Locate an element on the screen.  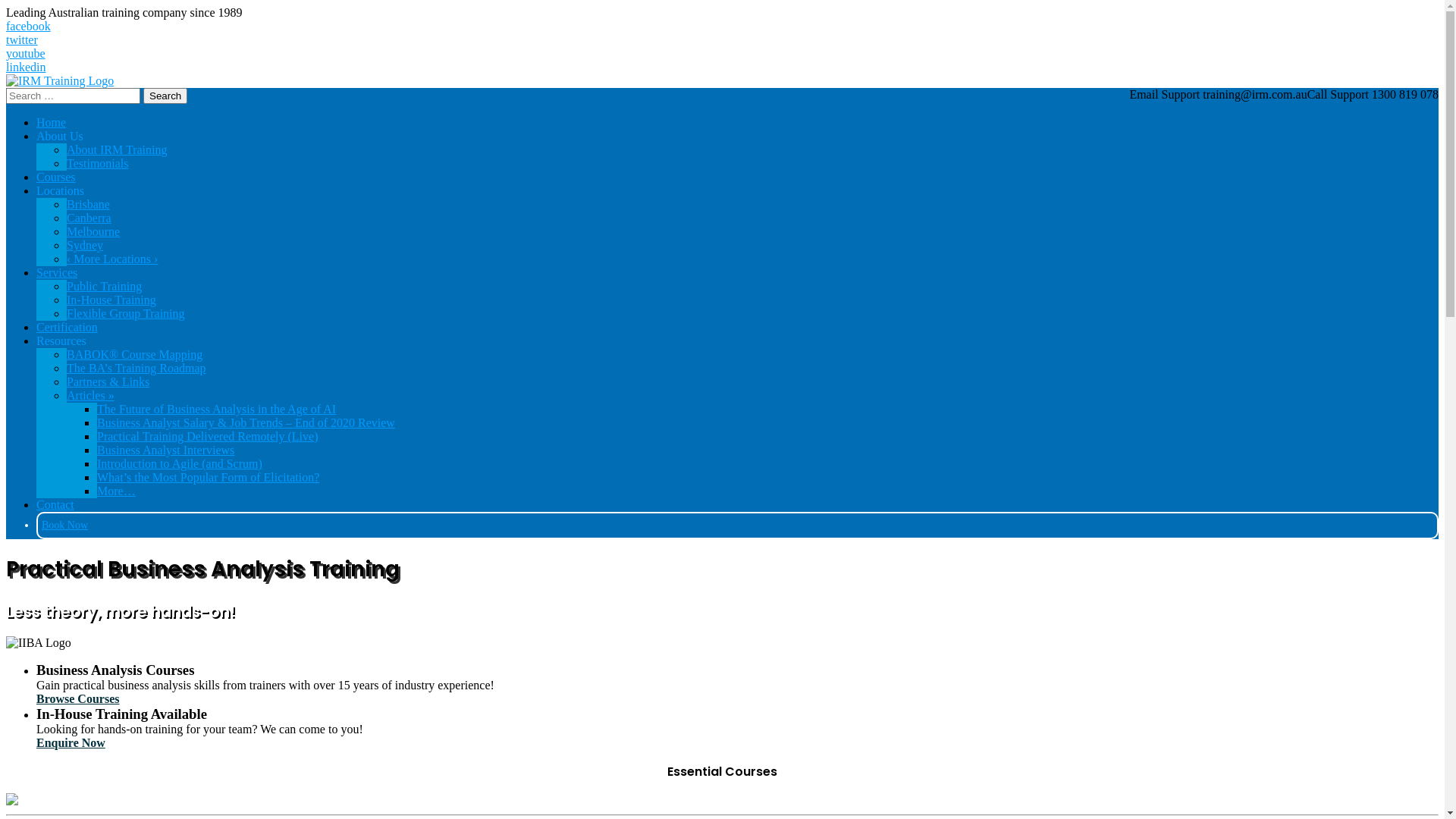
'Certification' is located at coordinates (66, 326).